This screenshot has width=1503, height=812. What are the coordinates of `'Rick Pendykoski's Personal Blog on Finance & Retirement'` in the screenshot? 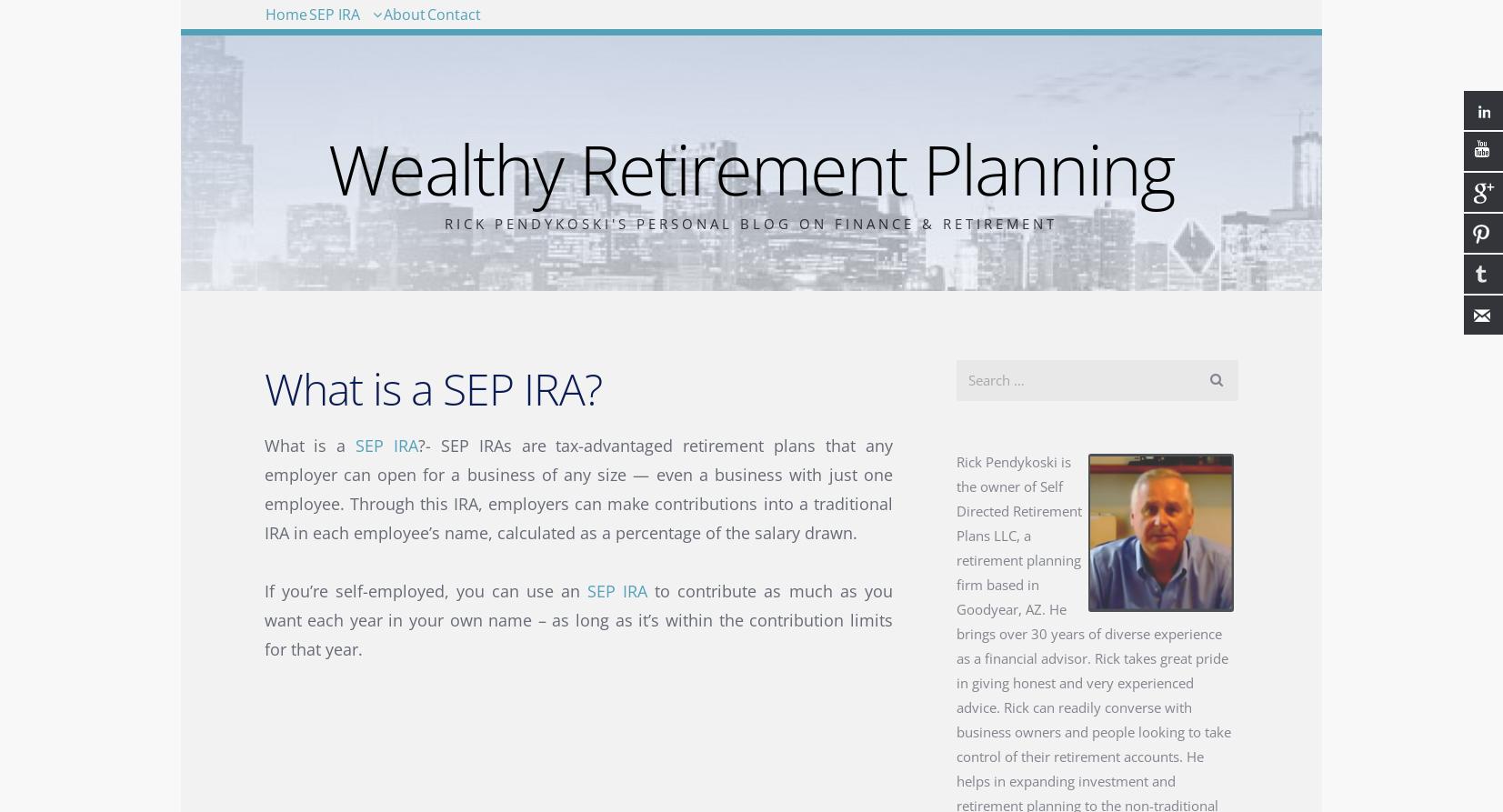 It's located at (750, 222).